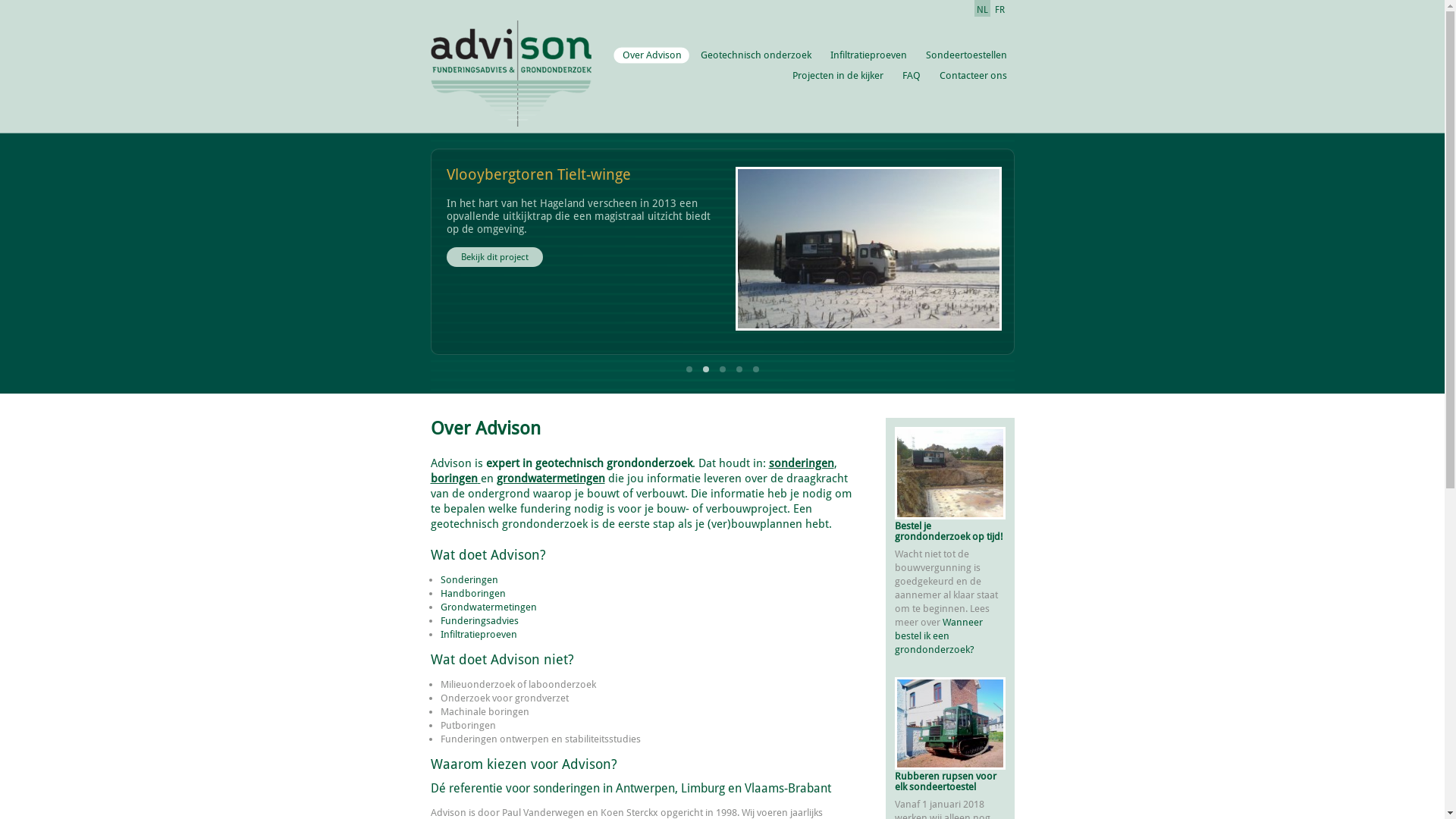 Image resolution: width=1456 pixels, height=819 pixels. I want to click on 'Sondeertoestellen', so click(964, 55).